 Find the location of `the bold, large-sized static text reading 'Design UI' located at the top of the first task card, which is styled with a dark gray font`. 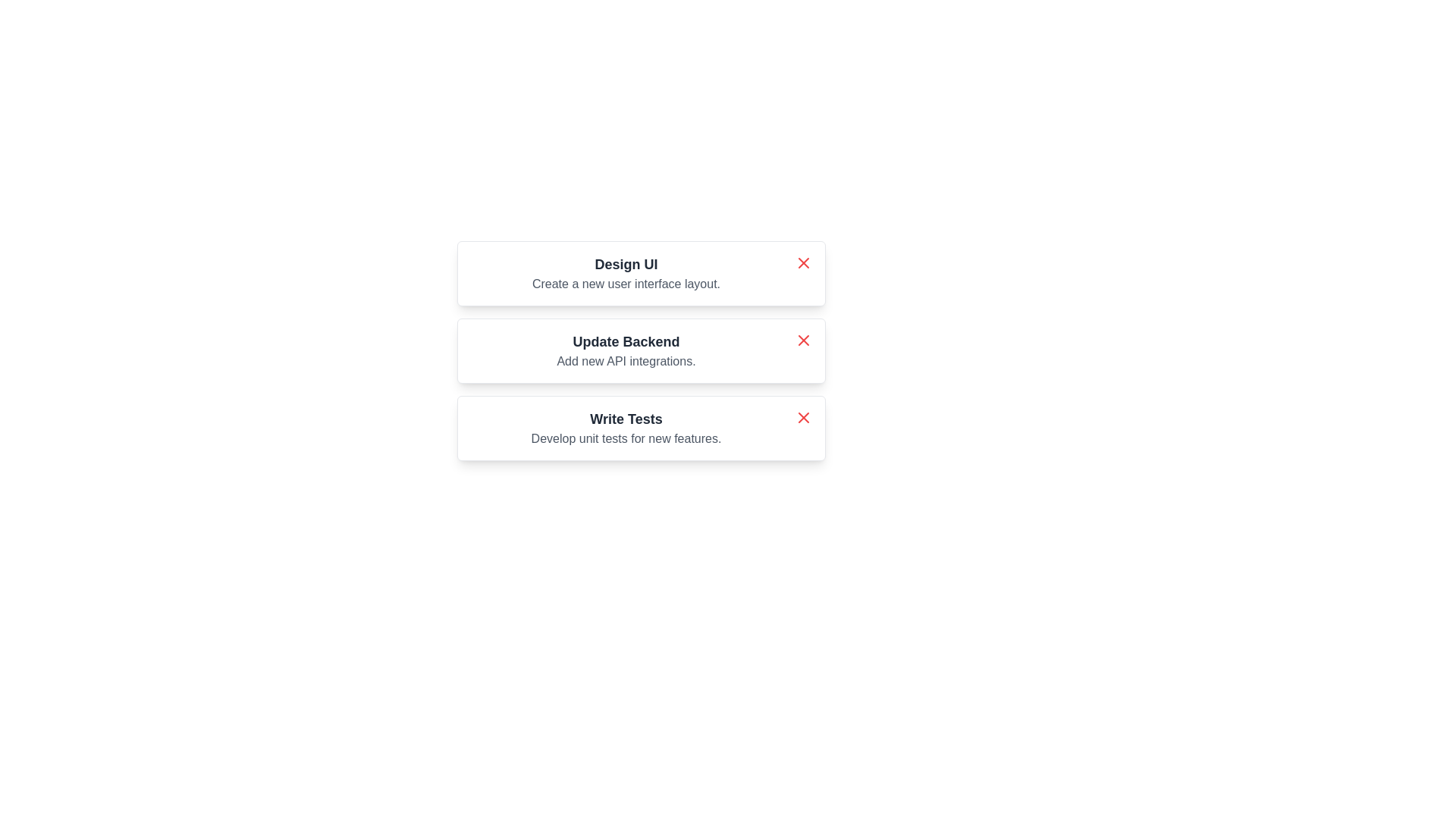

the bold, large-sized static text reading 'Design UI' located at the top of the first task card, which is styled with a dark gray font is located at coordinates (626, 263).